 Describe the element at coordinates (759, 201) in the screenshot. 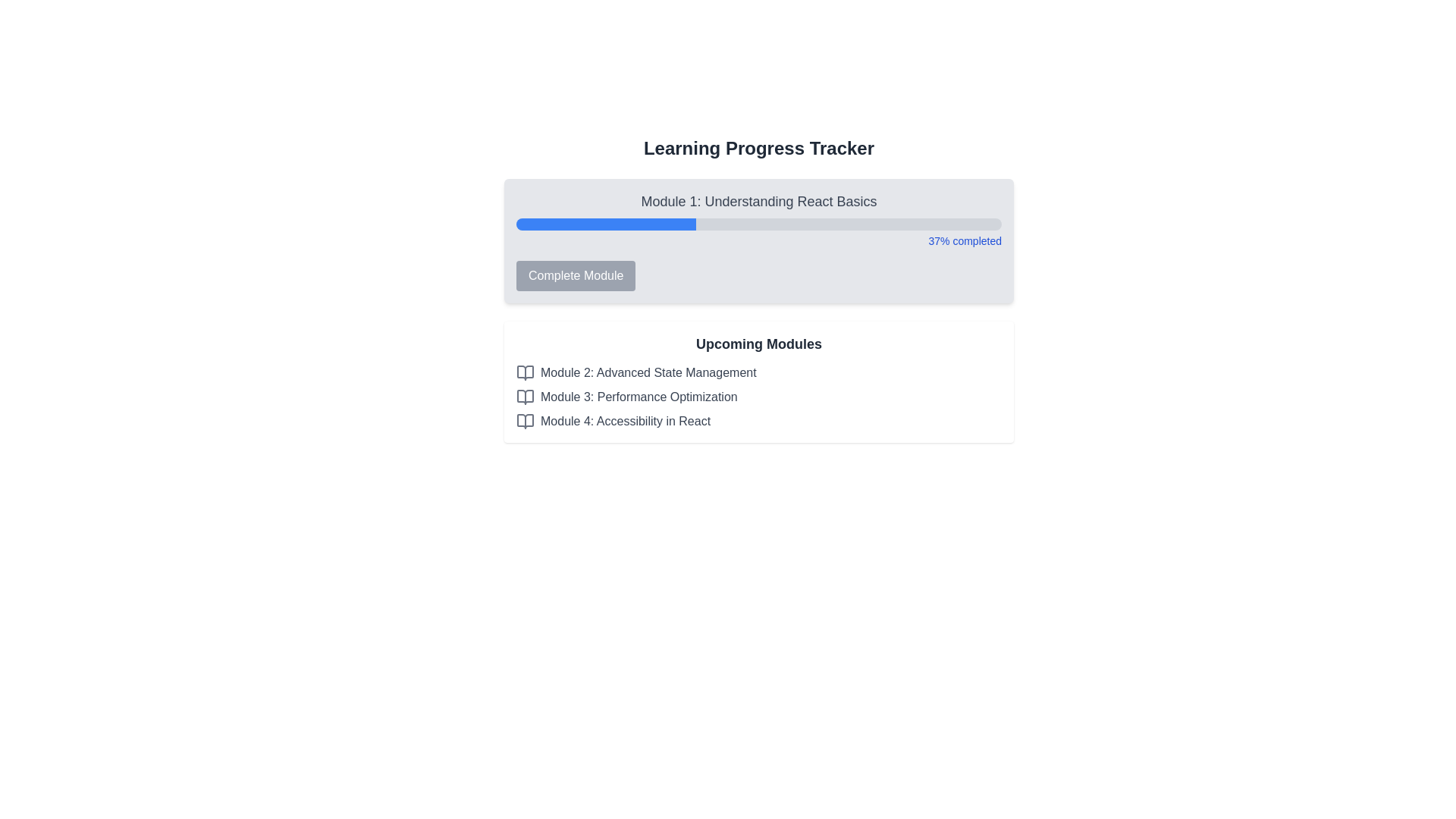

I see `the static text label that identifies the module name within the learning progress tracker interface, located centrally above the progress bar` at that location.